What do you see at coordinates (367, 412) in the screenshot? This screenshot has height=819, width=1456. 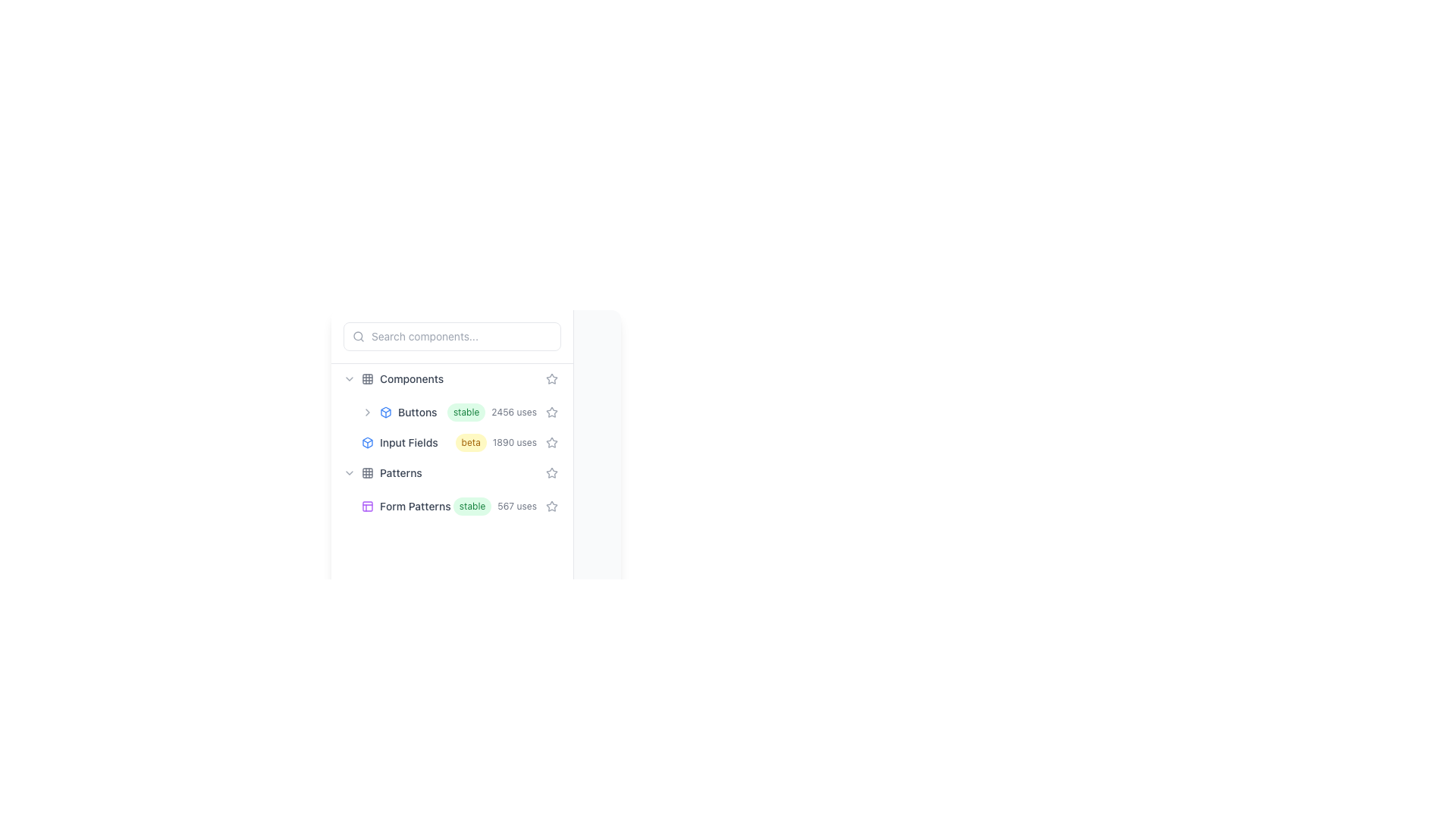 I see `the right-pointing arrow icon located to the left of the 'Buttons' text` at bounding box center [367, 412].